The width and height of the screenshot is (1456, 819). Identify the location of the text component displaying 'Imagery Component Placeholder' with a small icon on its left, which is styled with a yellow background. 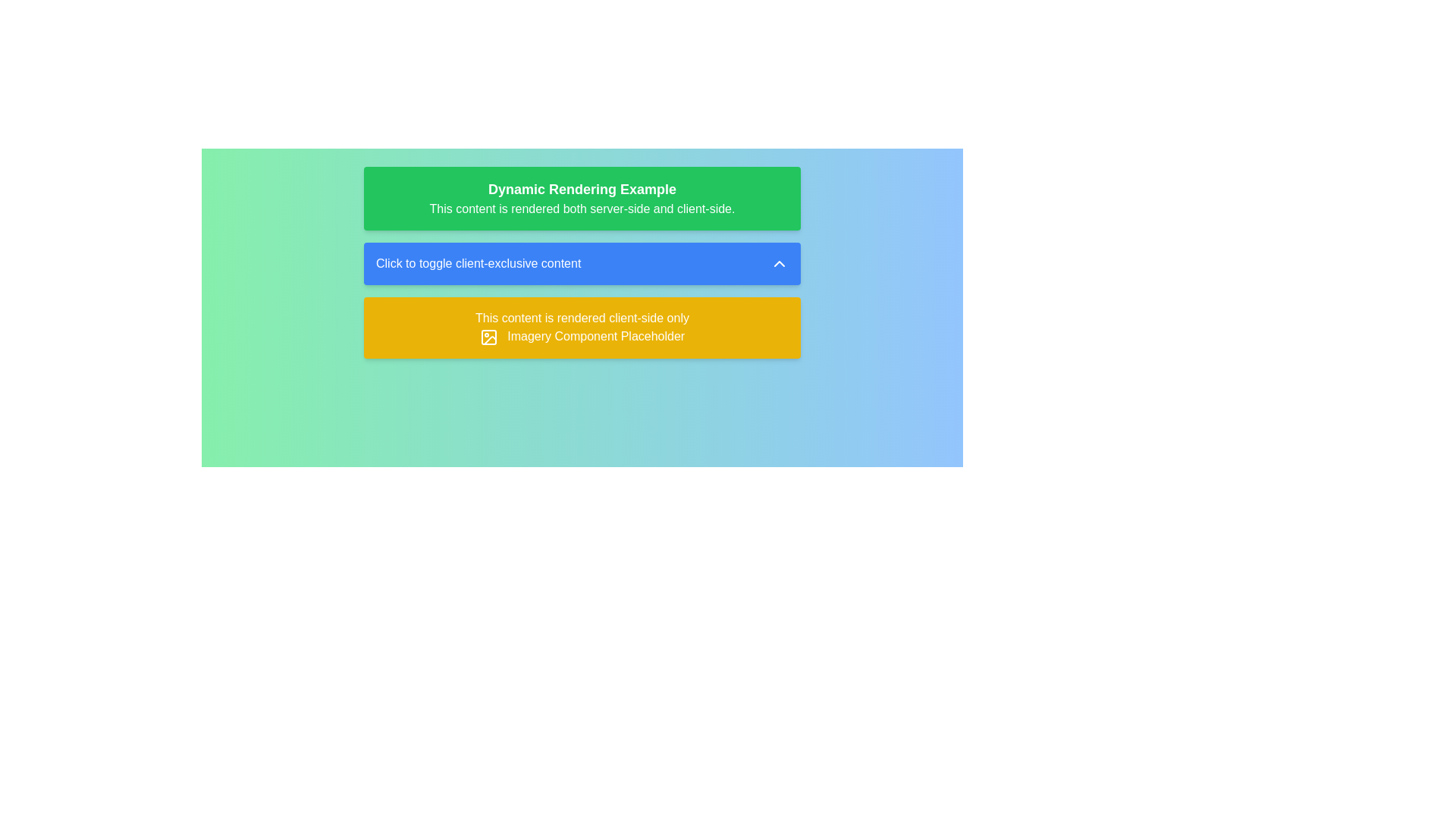
(582, 335).